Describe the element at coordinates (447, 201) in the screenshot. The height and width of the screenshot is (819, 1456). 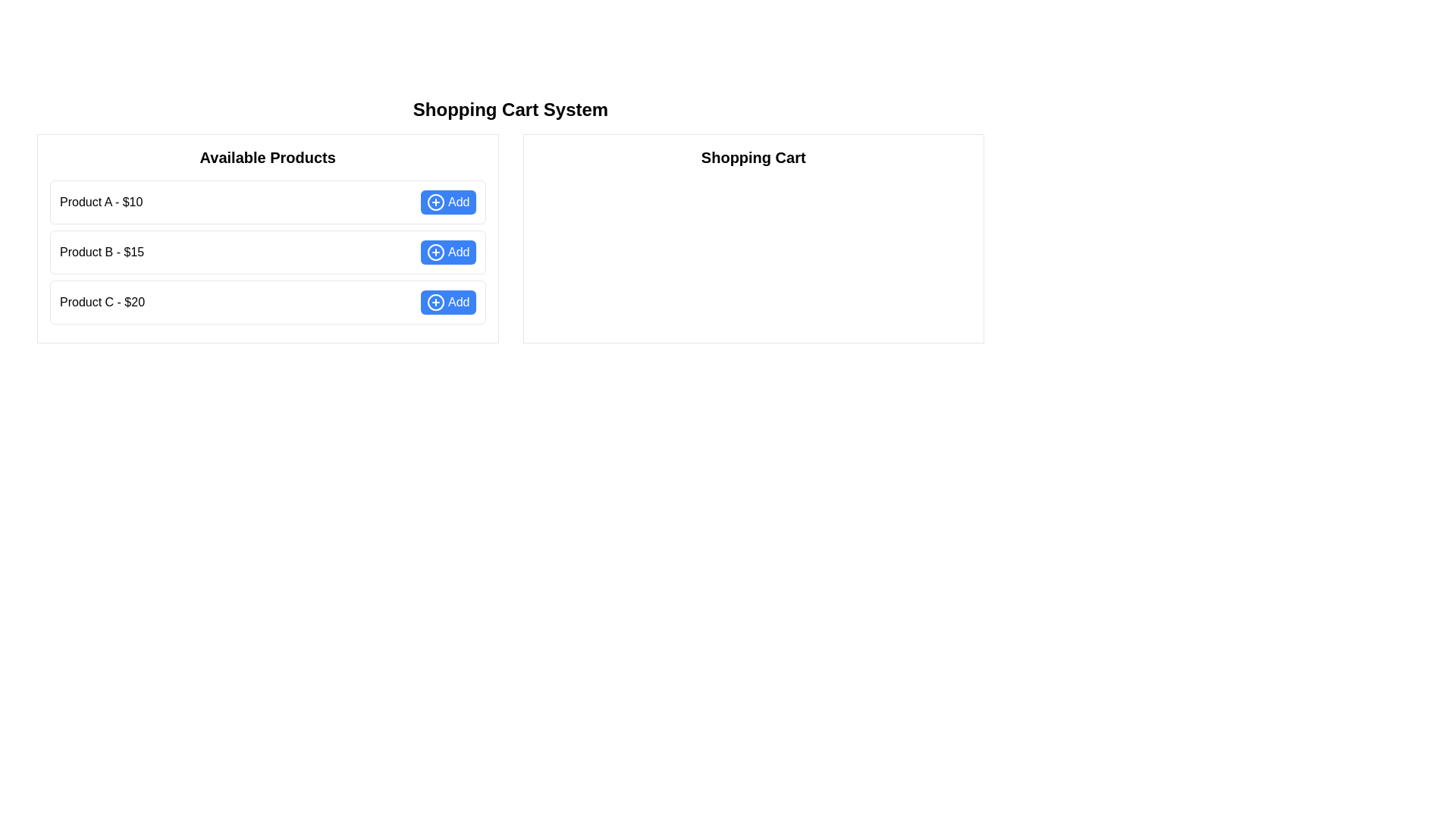
I see `the button for 'Product A' in the 'Available Products' section` at that location.